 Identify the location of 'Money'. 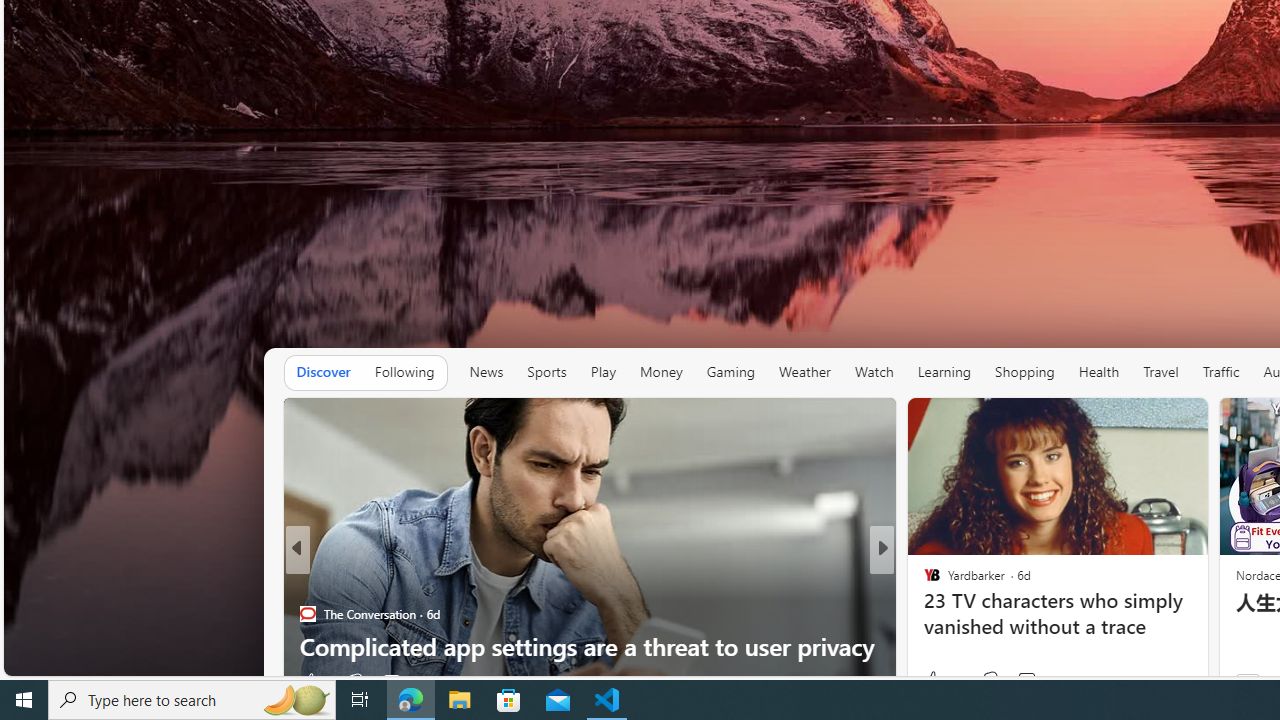
(661, 371).